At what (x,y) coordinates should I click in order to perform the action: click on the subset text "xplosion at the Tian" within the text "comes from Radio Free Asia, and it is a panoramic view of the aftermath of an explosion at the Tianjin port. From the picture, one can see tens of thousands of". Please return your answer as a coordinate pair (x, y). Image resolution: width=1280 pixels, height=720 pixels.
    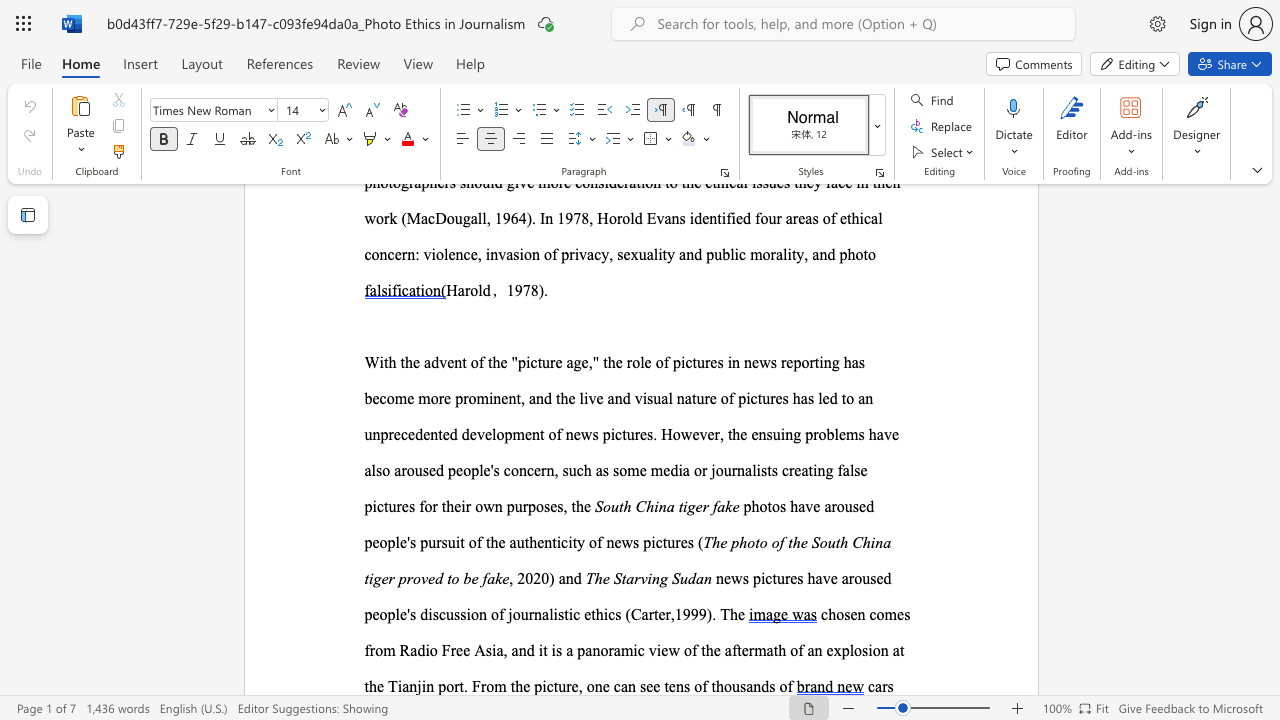
    Looking at the image, I should click on (833, 650).